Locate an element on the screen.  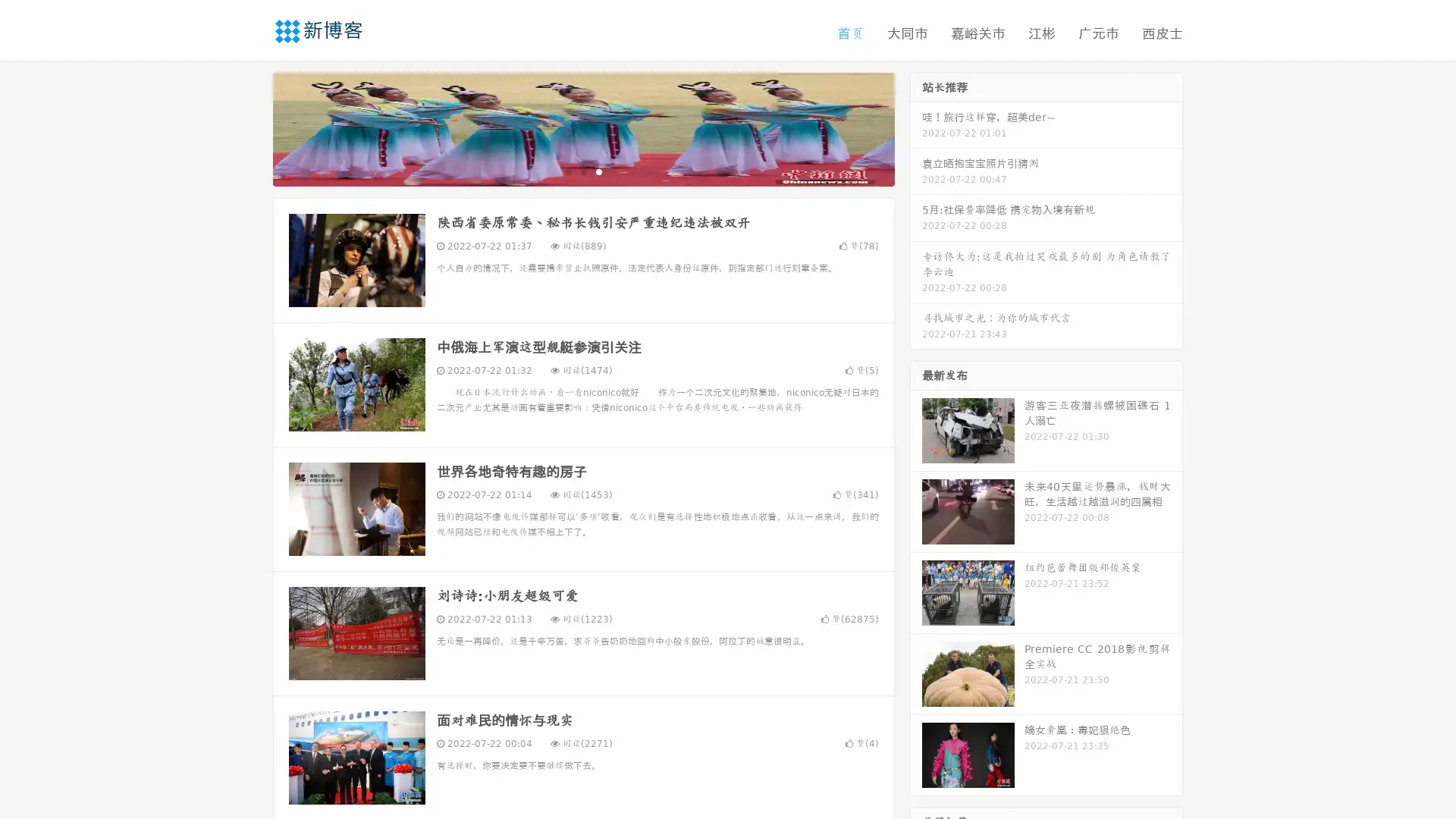
Previous slide is located at coordinates (250, 127).